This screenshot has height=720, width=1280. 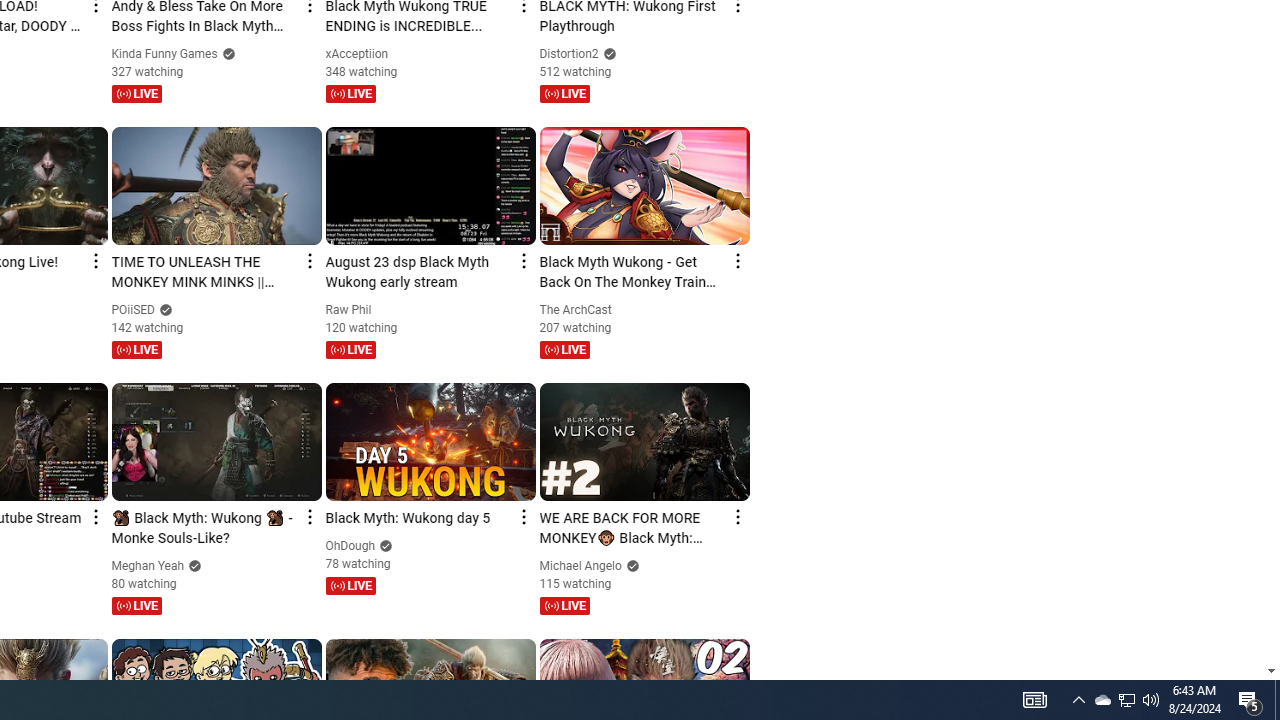 What do you see at coordinates (133, 309) in the screenshot?
I see `'POiiSED'` at bounding box center [133, 309].